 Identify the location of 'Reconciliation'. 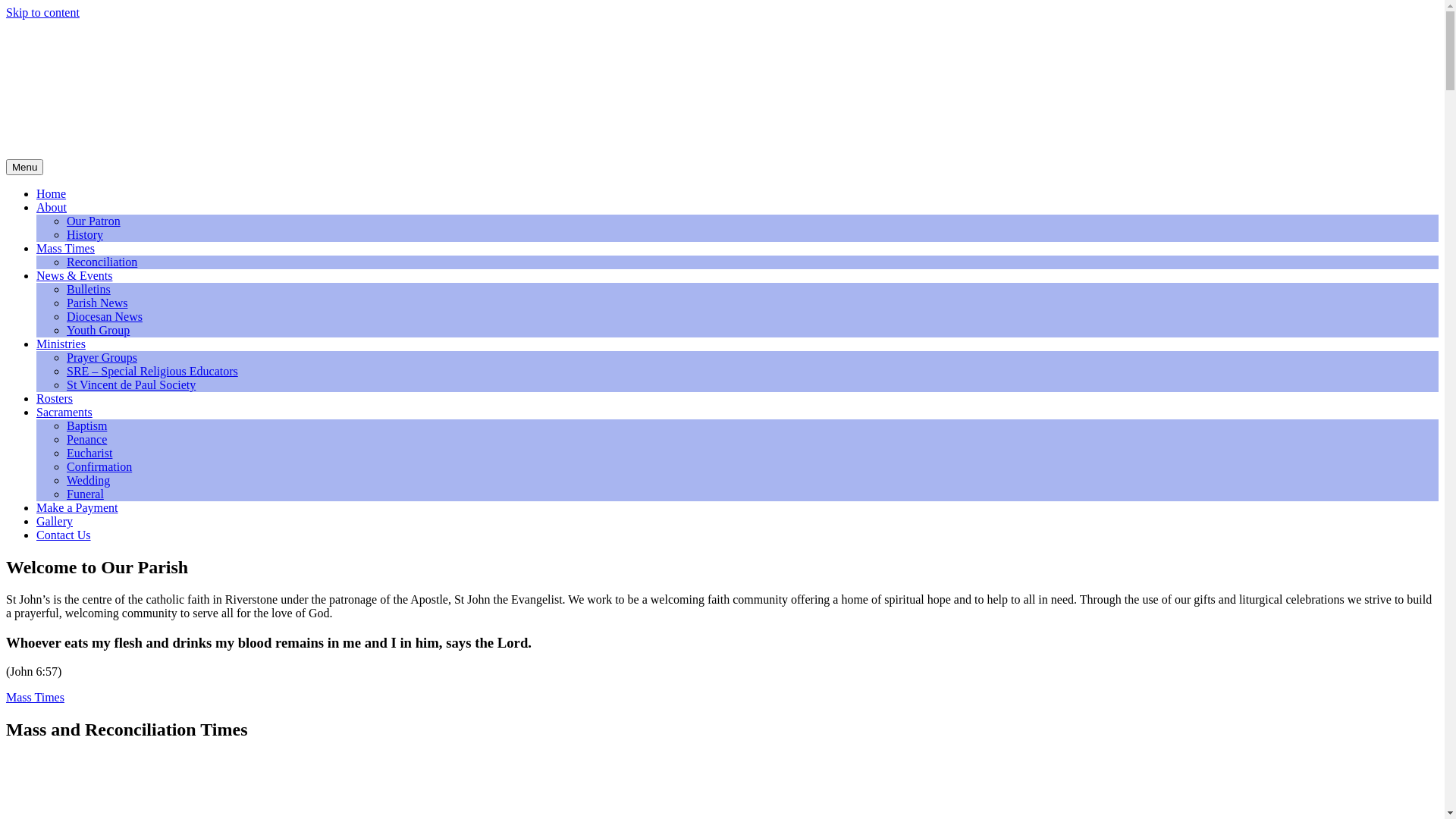
(101, 261).